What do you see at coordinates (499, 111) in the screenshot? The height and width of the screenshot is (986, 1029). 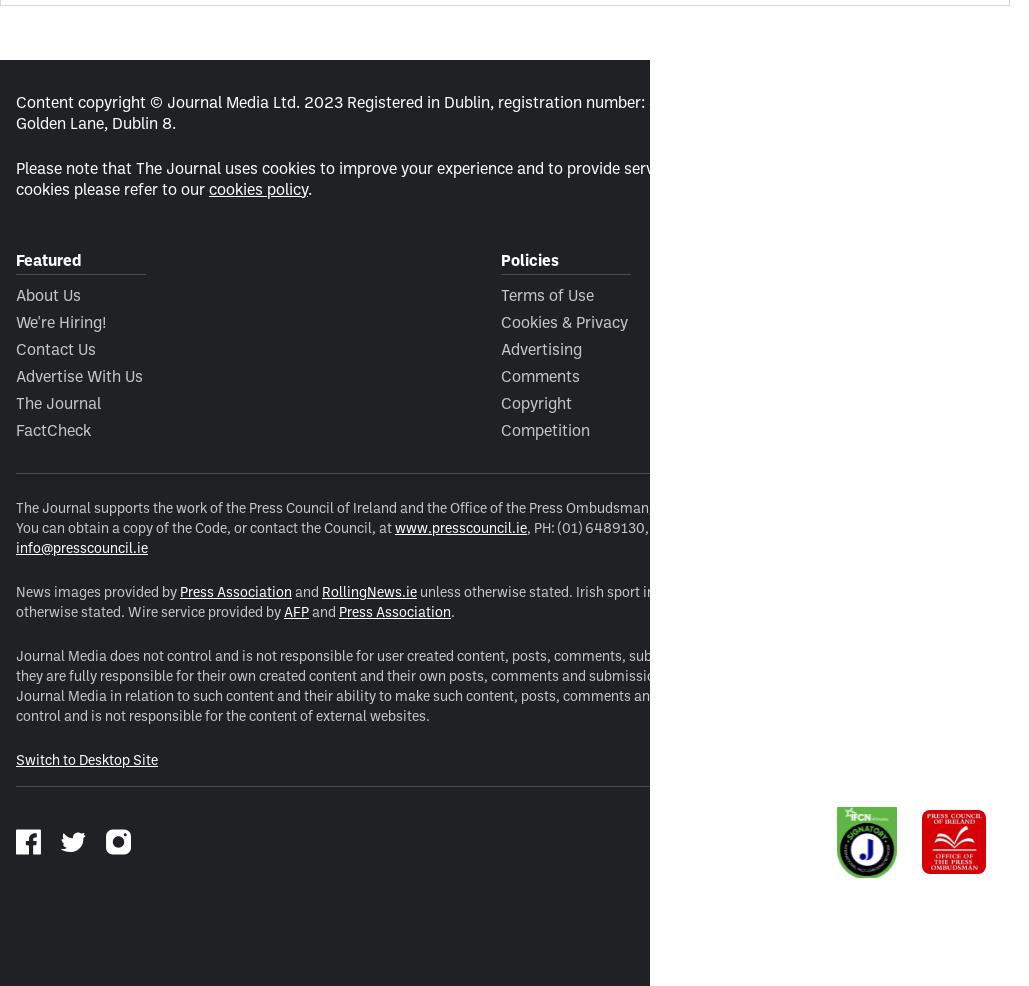 I see `'Content copyright © Journal Media Ltd. 2023 Registered in Dublin, registration number:
                    483623.
                    Registered office: 3rd floor, Latin Hall, Golden Lane, Dublin 8.'` at bounding box center [499, 111].